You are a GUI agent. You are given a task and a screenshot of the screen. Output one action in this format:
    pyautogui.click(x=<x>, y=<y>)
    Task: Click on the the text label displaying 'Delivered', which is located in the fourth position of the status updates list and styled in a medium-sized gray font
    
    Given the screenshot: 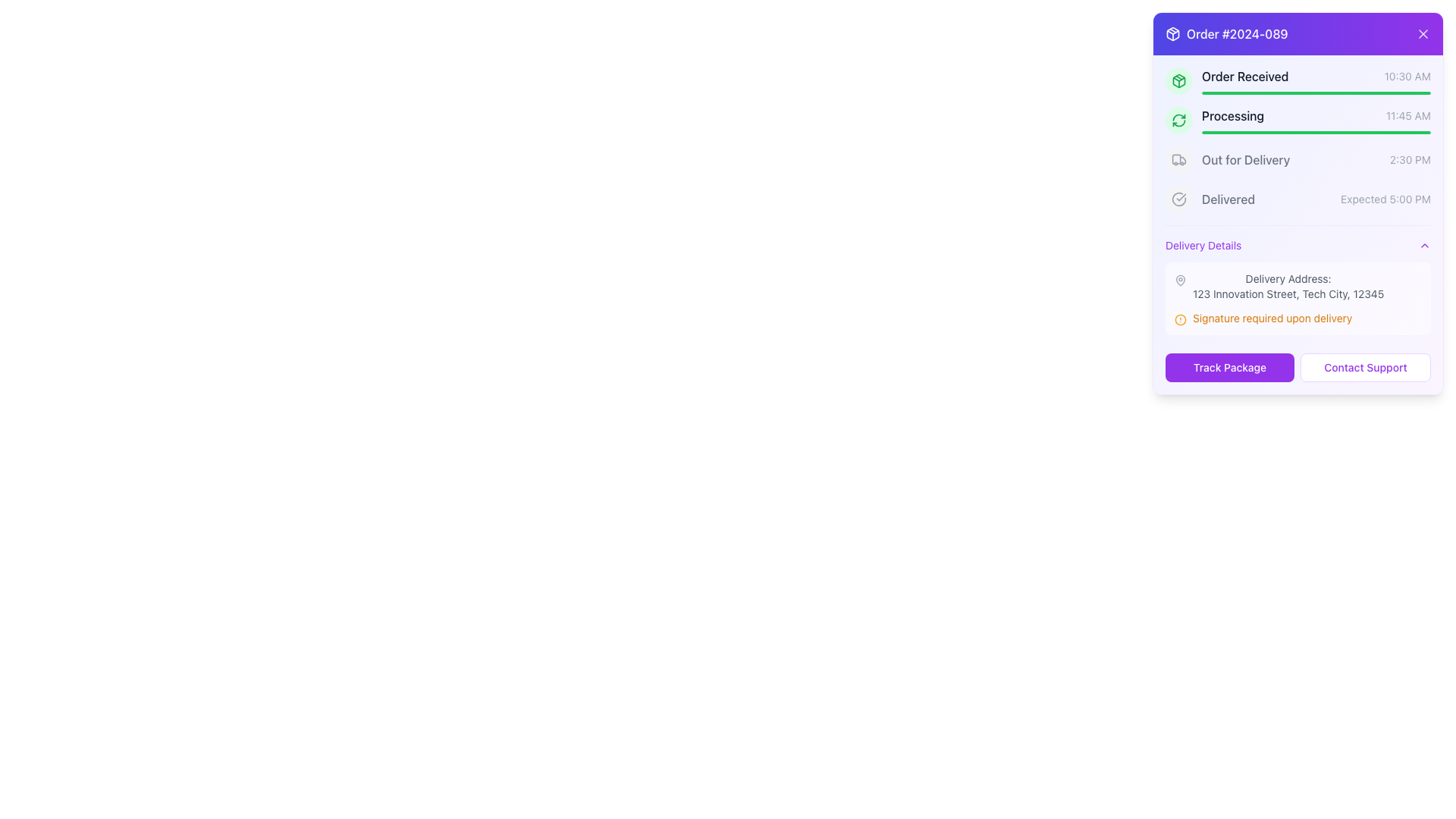 What is the action you would take?
    pyautogui.click(x=1228, y=198)
    